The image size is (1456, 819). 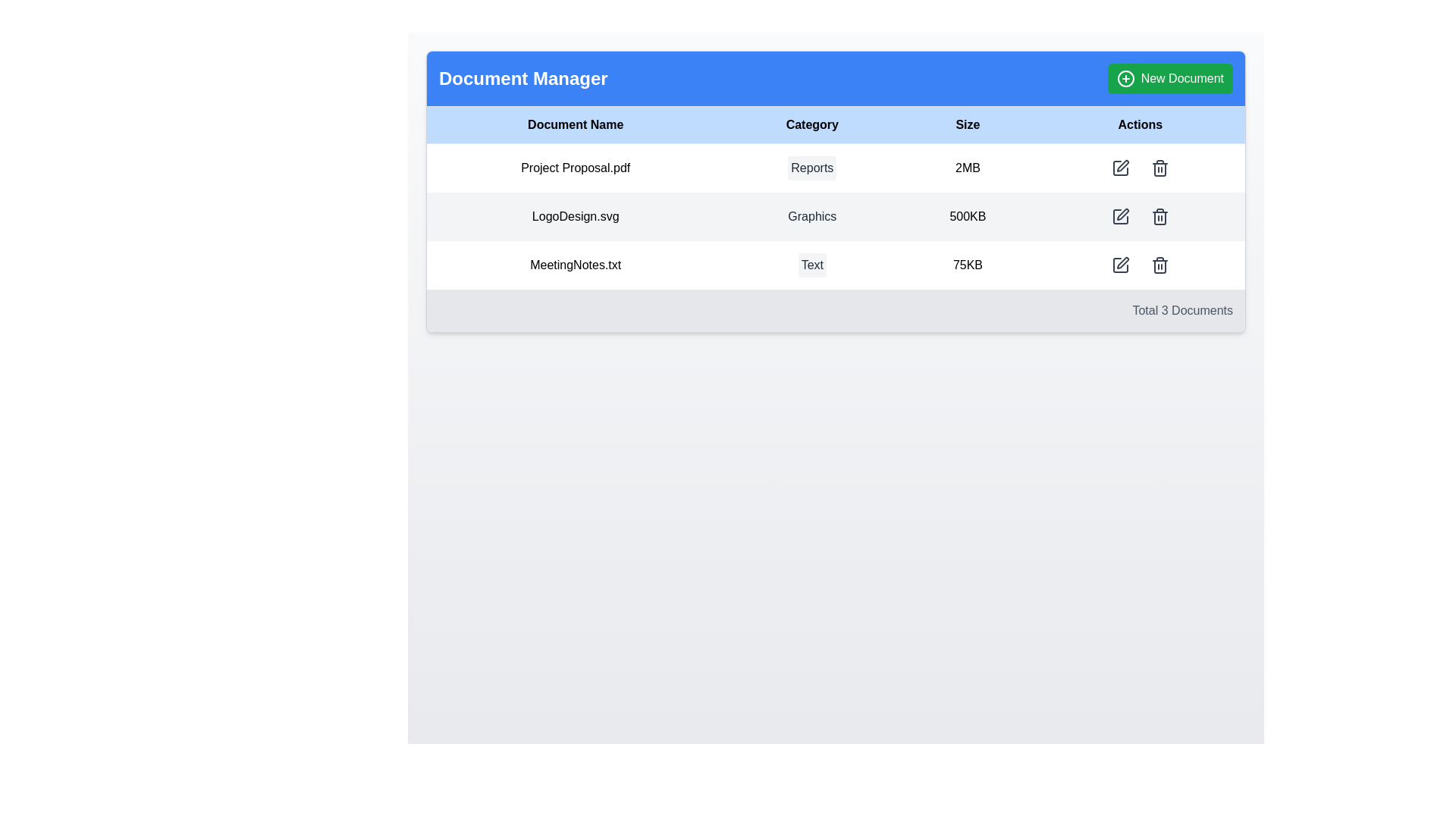 I want to click on the trash bin icon button located in the 'Actions' column of the first row in the table of documents, so click(x=1159, y=168).